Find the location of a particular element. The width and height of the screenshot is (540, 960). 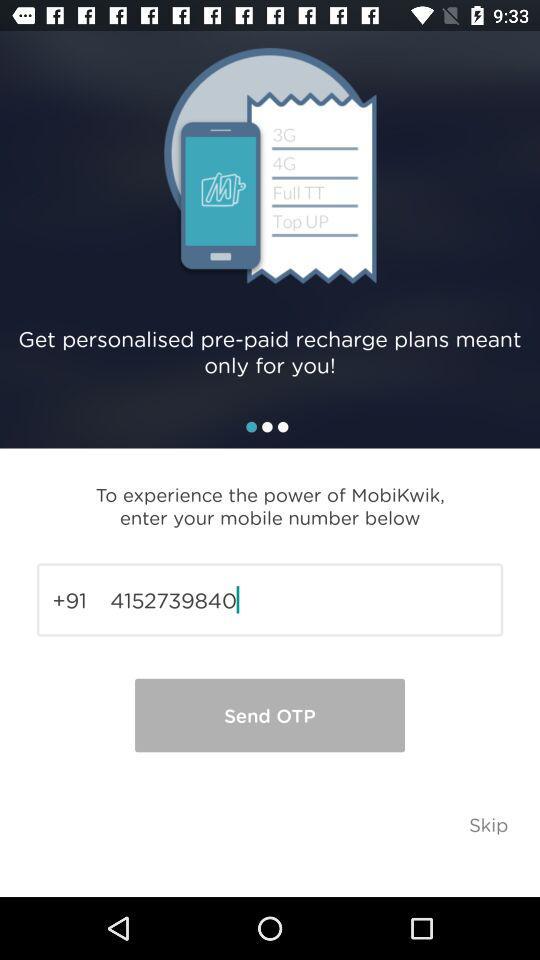

the icon below the 4152739840 item is located at coordinates (487, 824).